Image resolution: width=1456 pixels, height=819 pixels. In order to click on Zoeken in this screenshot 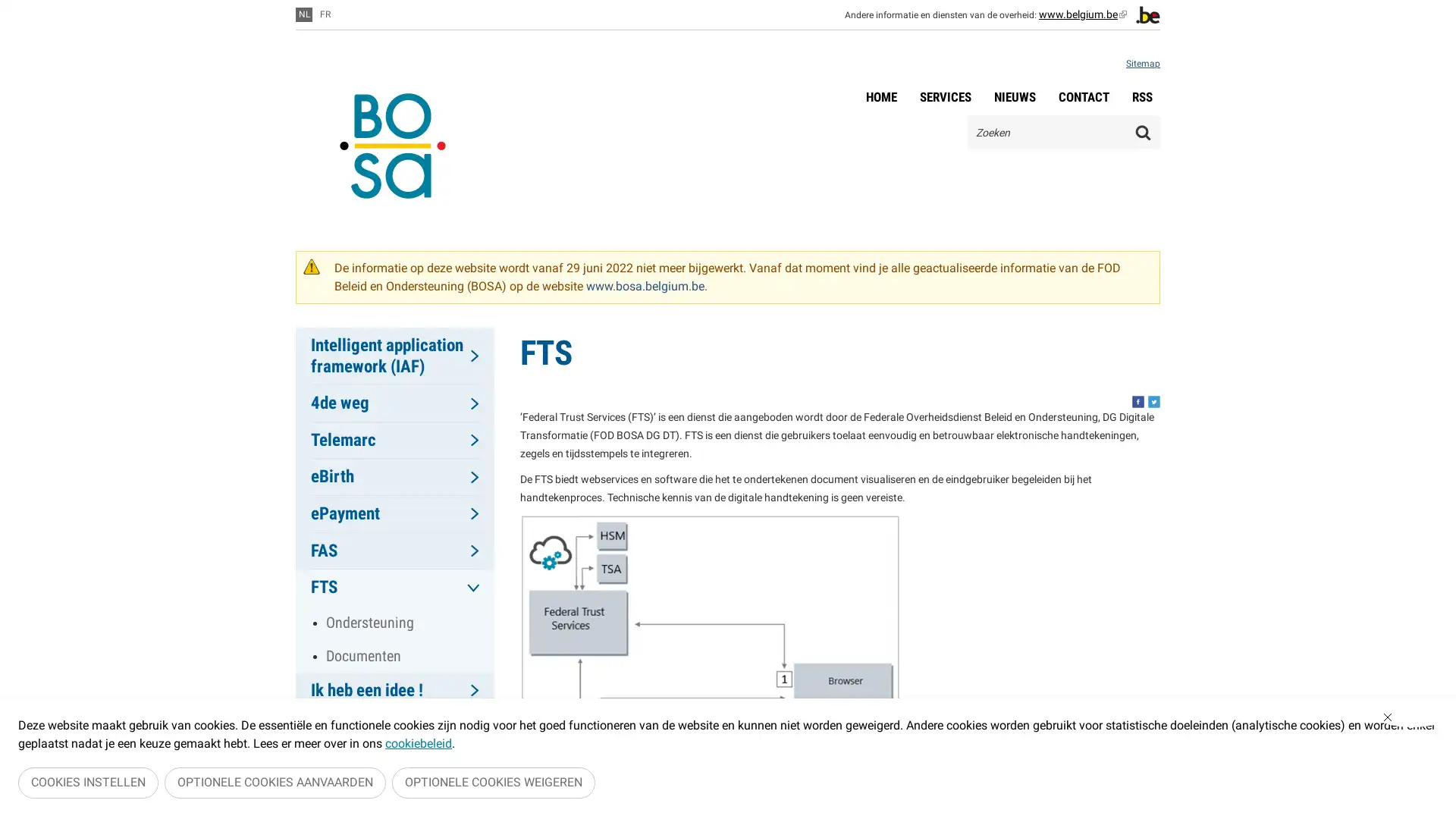, I will do `click(1143, 131)`.